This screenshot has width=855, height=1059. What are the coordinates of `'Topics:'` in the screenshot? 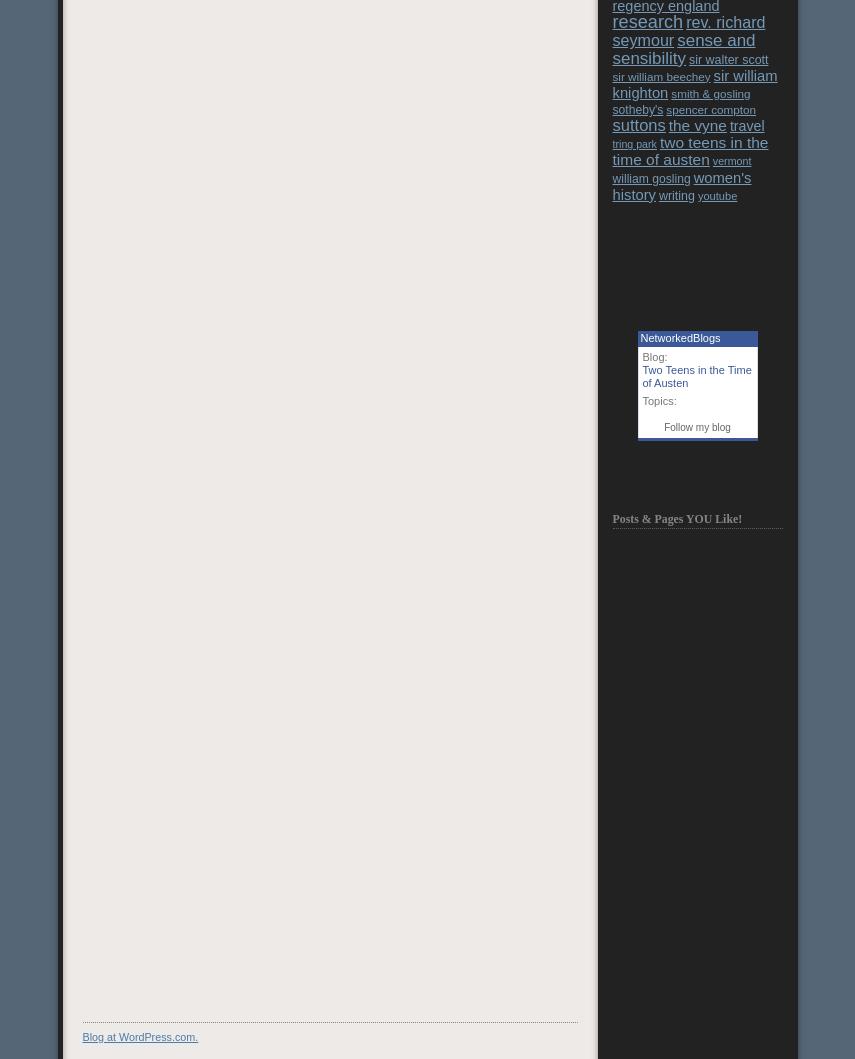 It's located at (659, 400).